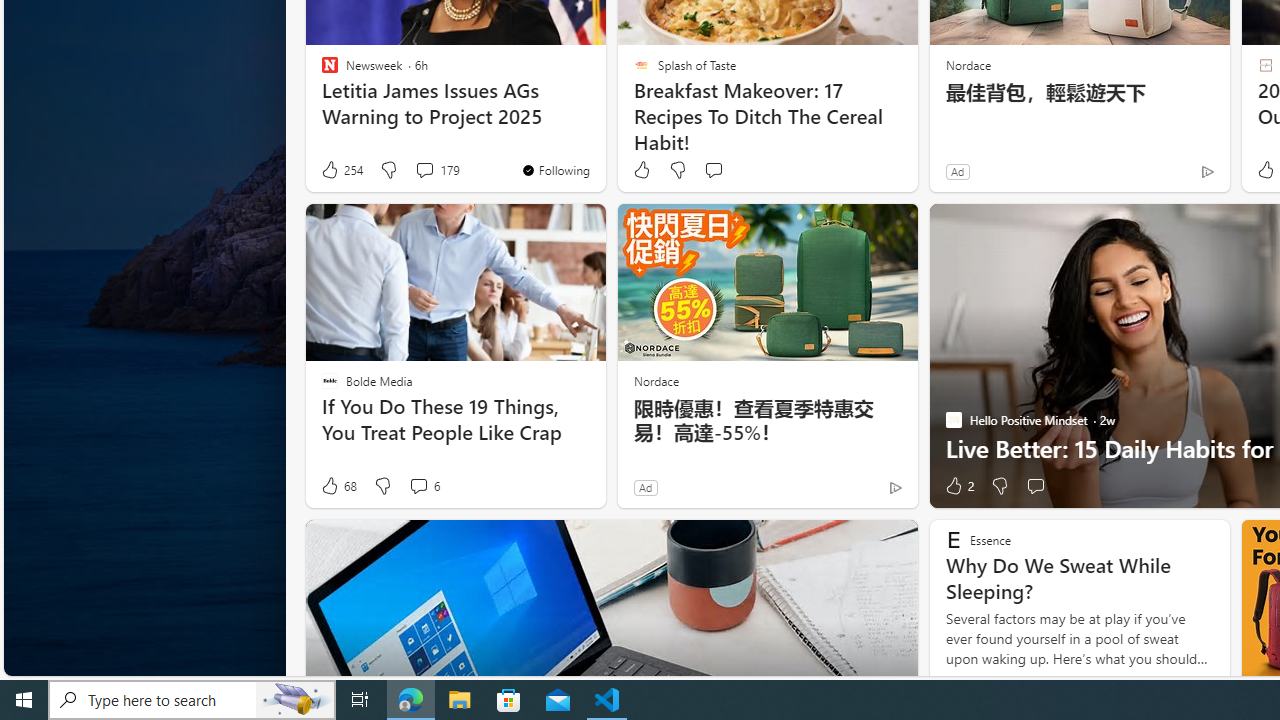  What do you see at coordinates (1035, 486) in the screenshot?
I see `'Start the conversation'` at bounding box center [1035, 486].